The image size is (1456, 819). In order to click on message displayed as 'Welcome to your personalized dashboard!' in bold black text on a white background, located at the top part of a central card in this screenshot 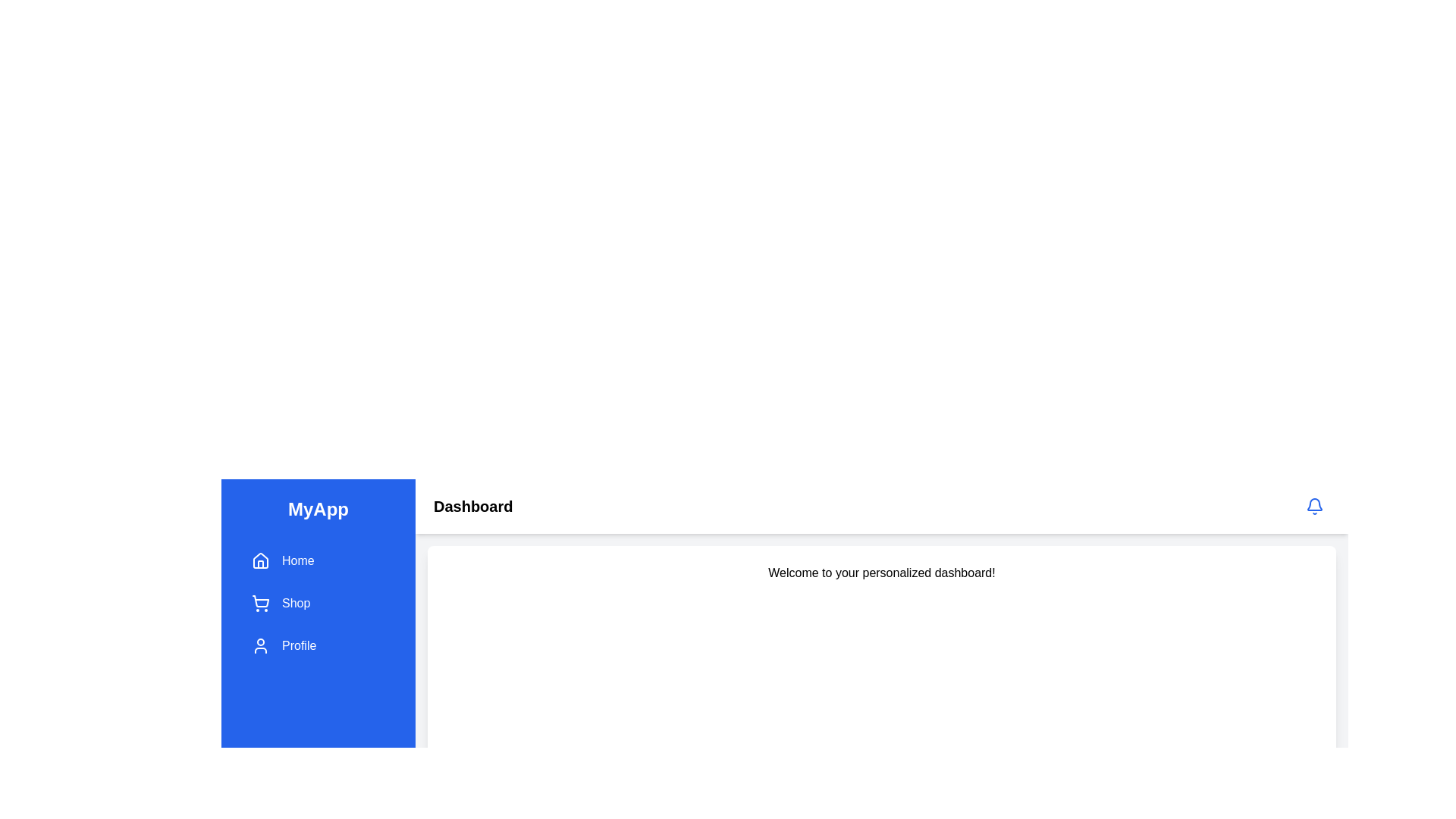, I will do `click(881, 573)`.